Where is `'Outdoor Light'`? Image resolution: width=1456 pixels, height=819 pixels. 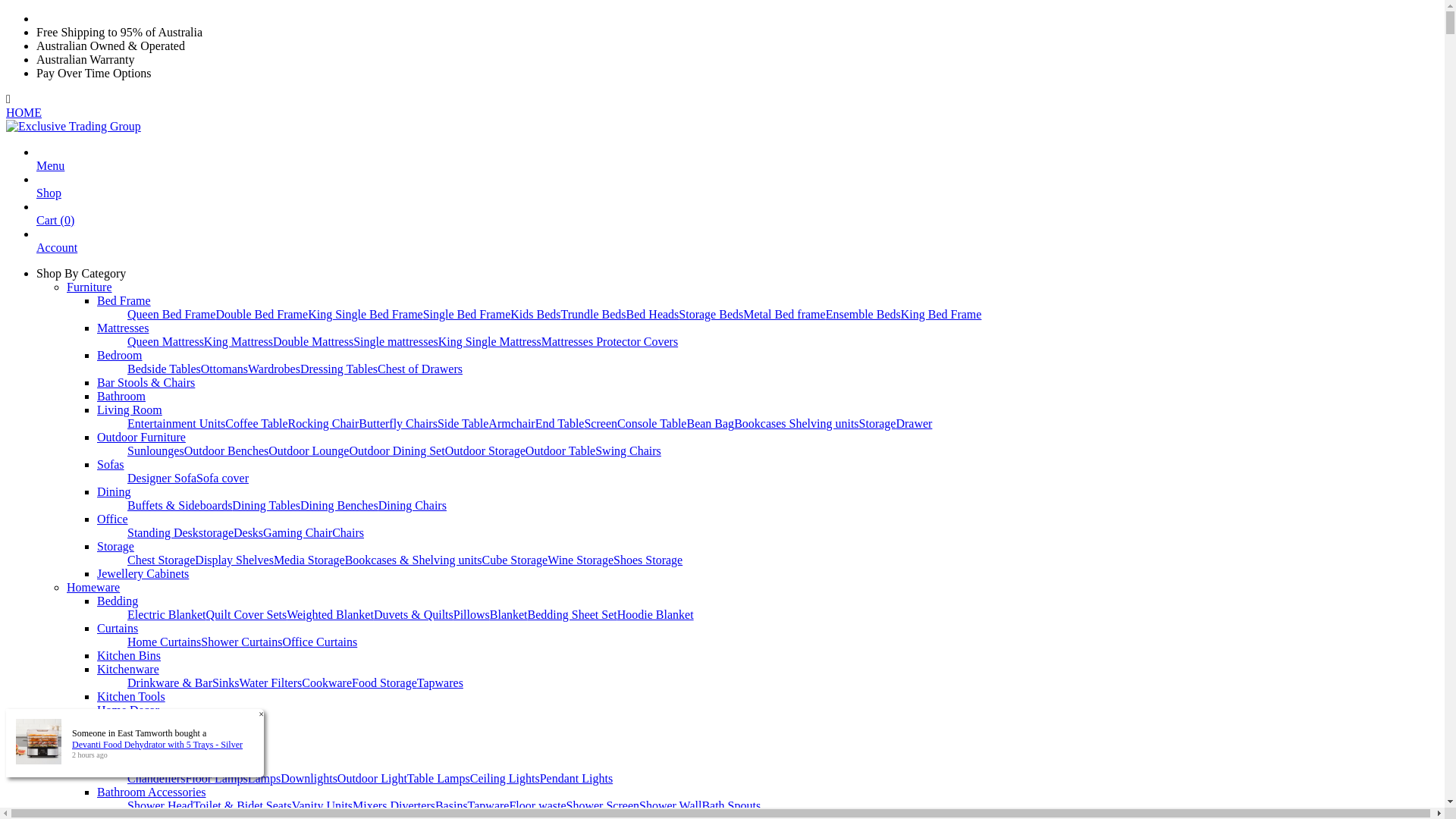
'Outdoor Light' is located at coordinates (372, 778).